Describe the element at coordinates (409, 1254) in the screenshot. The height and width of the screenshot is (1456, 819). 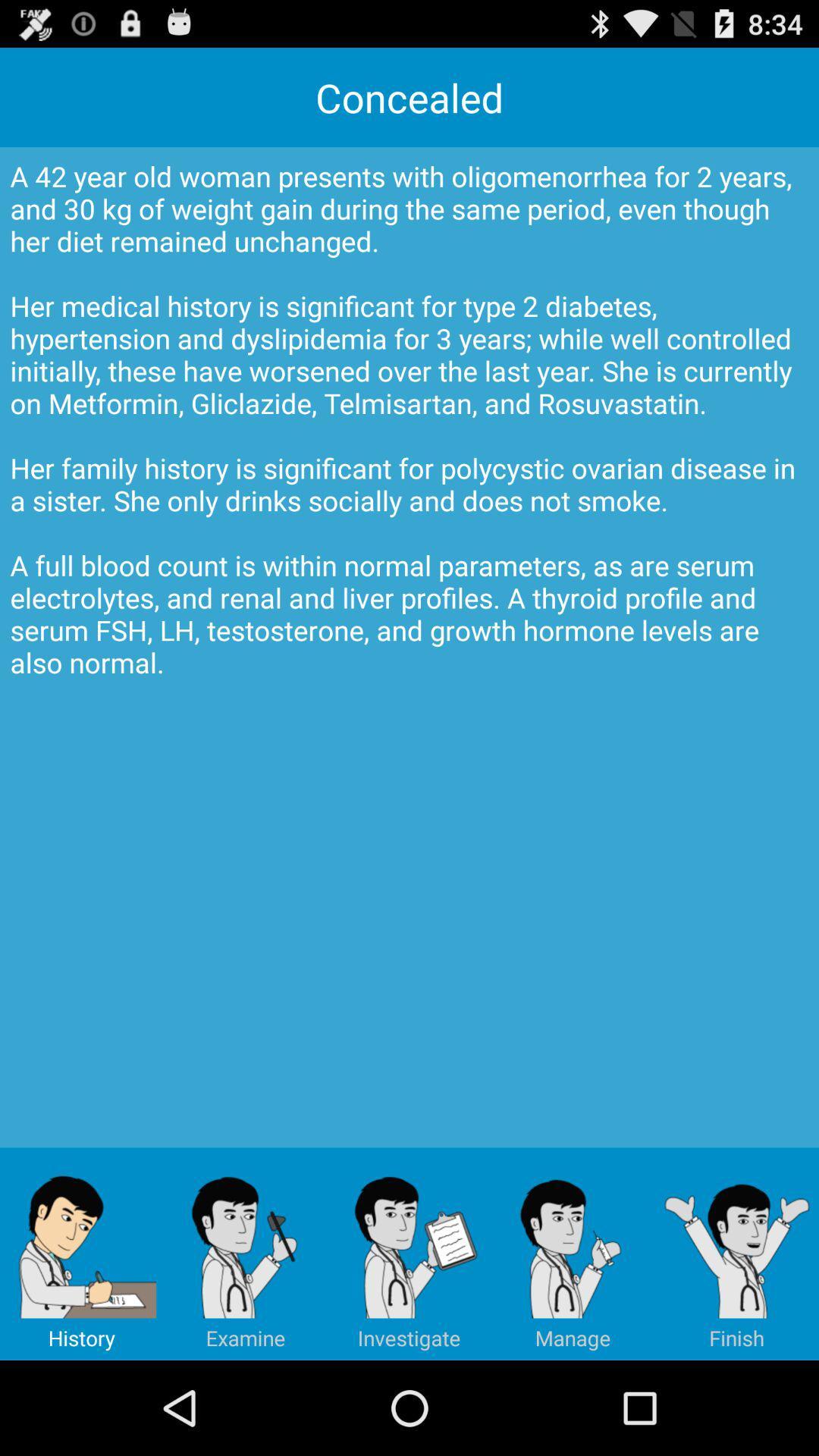
I see `item at the bottom` at that location.